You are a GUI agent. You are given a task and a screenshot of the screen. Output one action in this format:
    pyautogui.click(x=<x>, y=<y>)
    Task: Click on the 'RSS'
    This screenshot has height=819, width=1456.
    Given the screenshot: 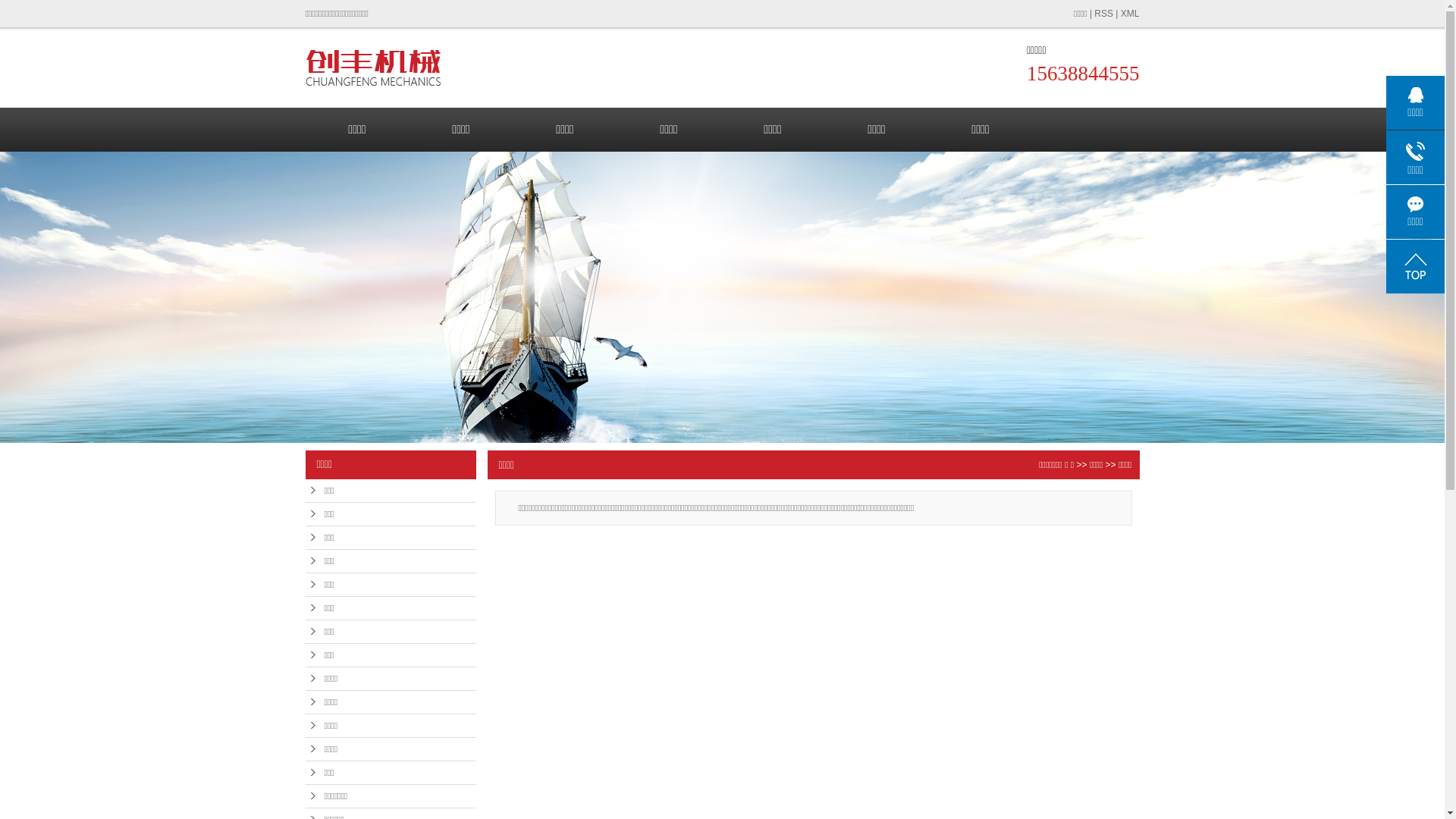 What is the action you would take?
    pyautogui.click(x=1103, y=14)
    